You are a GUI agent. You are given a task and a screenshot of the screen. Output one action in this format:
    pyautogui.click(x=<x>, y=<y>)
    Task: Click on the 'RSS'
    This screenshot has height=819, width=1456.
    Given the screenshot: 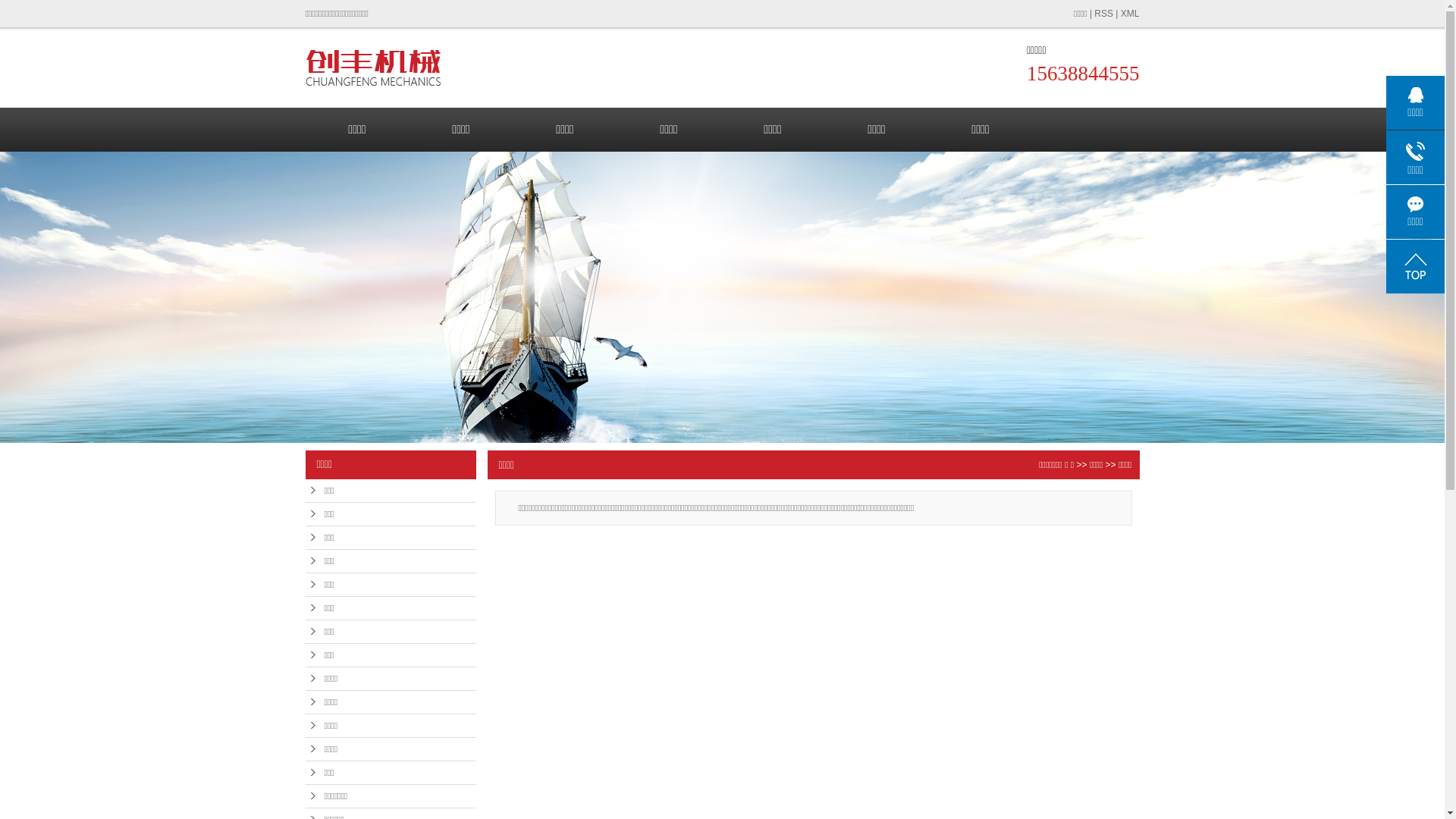 What is the action you would take?
    pyautogui.click(x=1103, y=14)
    